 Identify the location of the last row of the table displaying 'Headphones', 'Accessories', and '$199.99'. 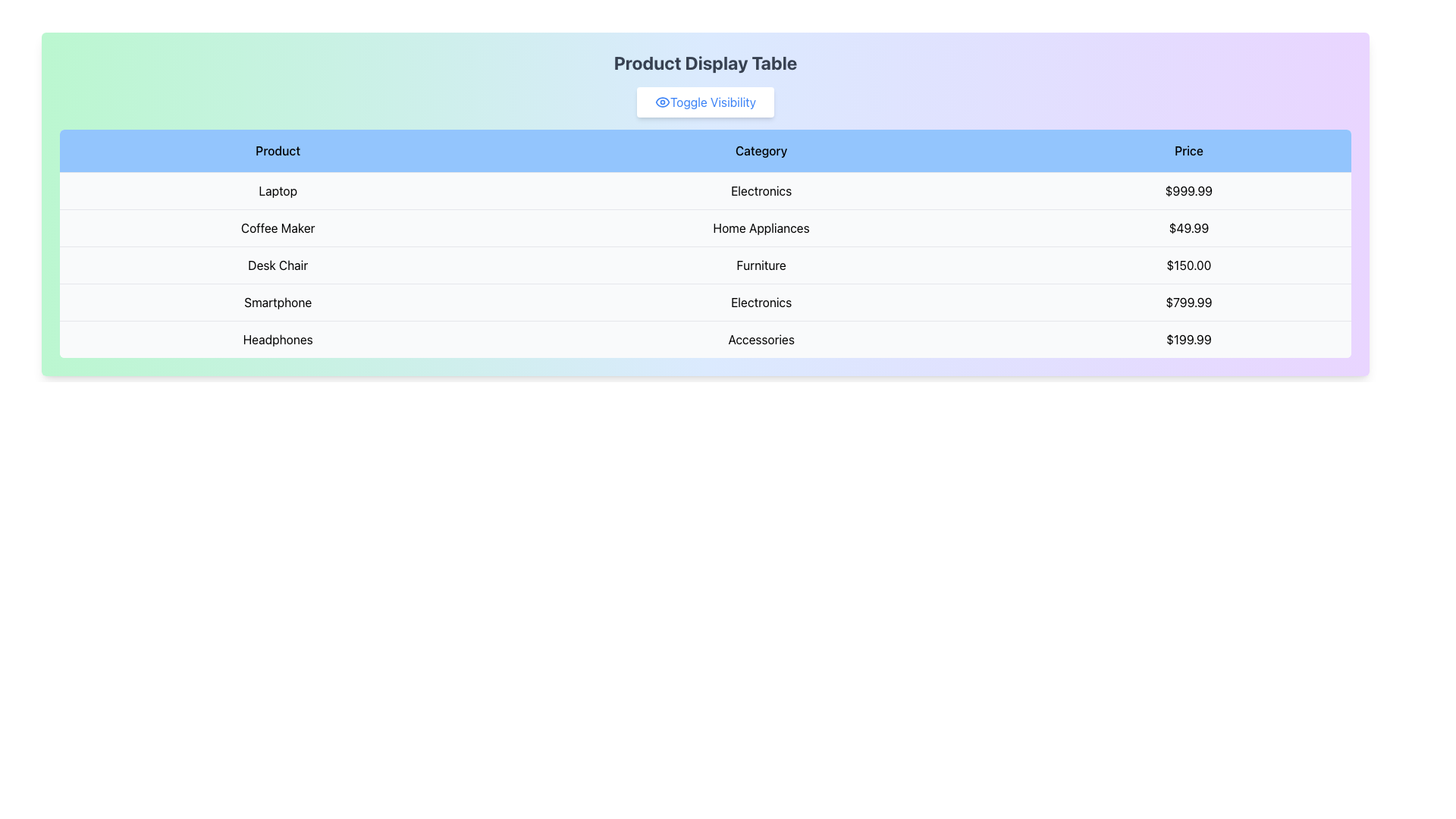
(704, 338).